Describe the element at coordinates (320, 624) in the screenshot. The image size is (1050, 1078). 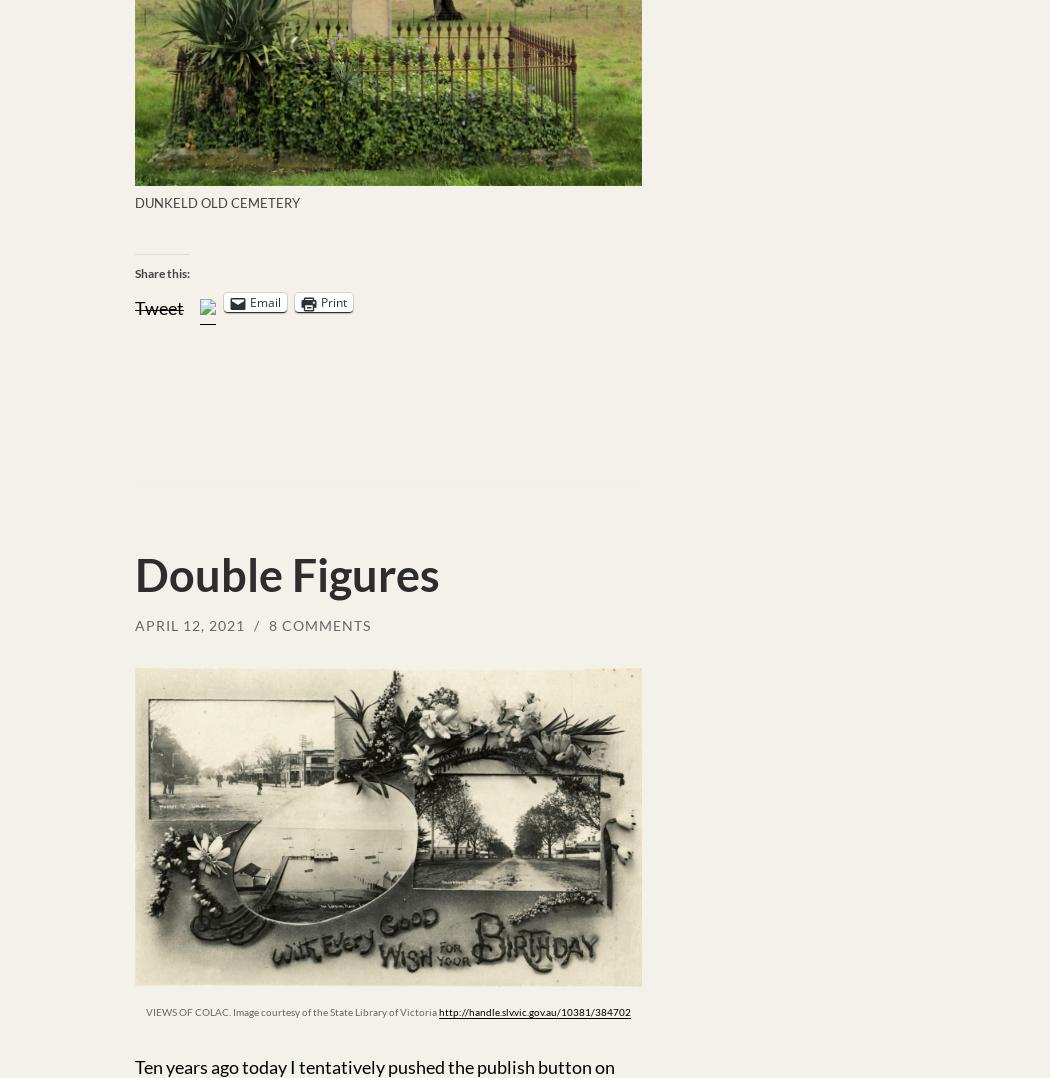
I see `'8 Comments'` at that location.